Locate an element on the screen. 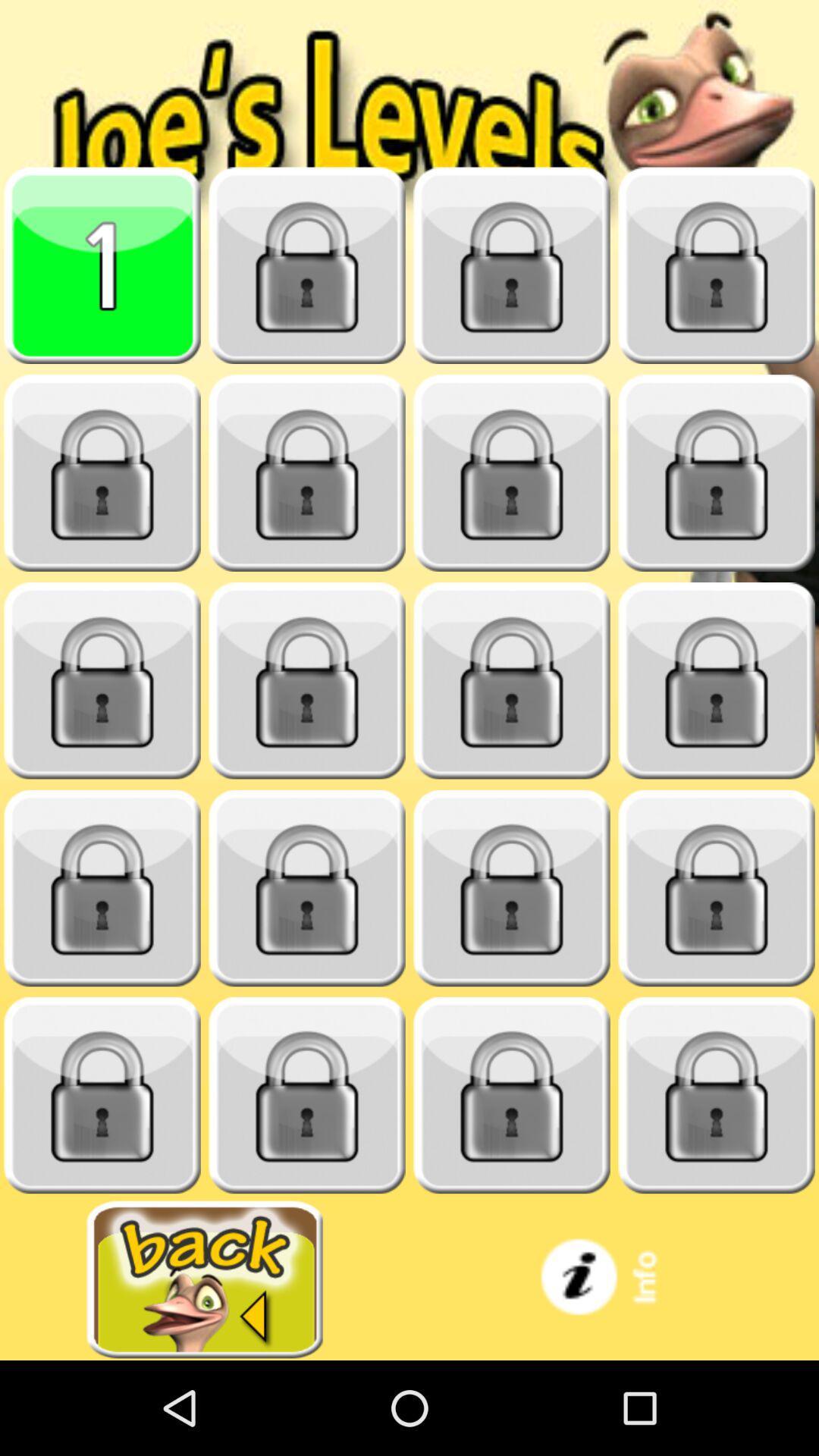 The height and width of the screenshot is (1456, 819). unlock next level is located at coordinates (307, 265).